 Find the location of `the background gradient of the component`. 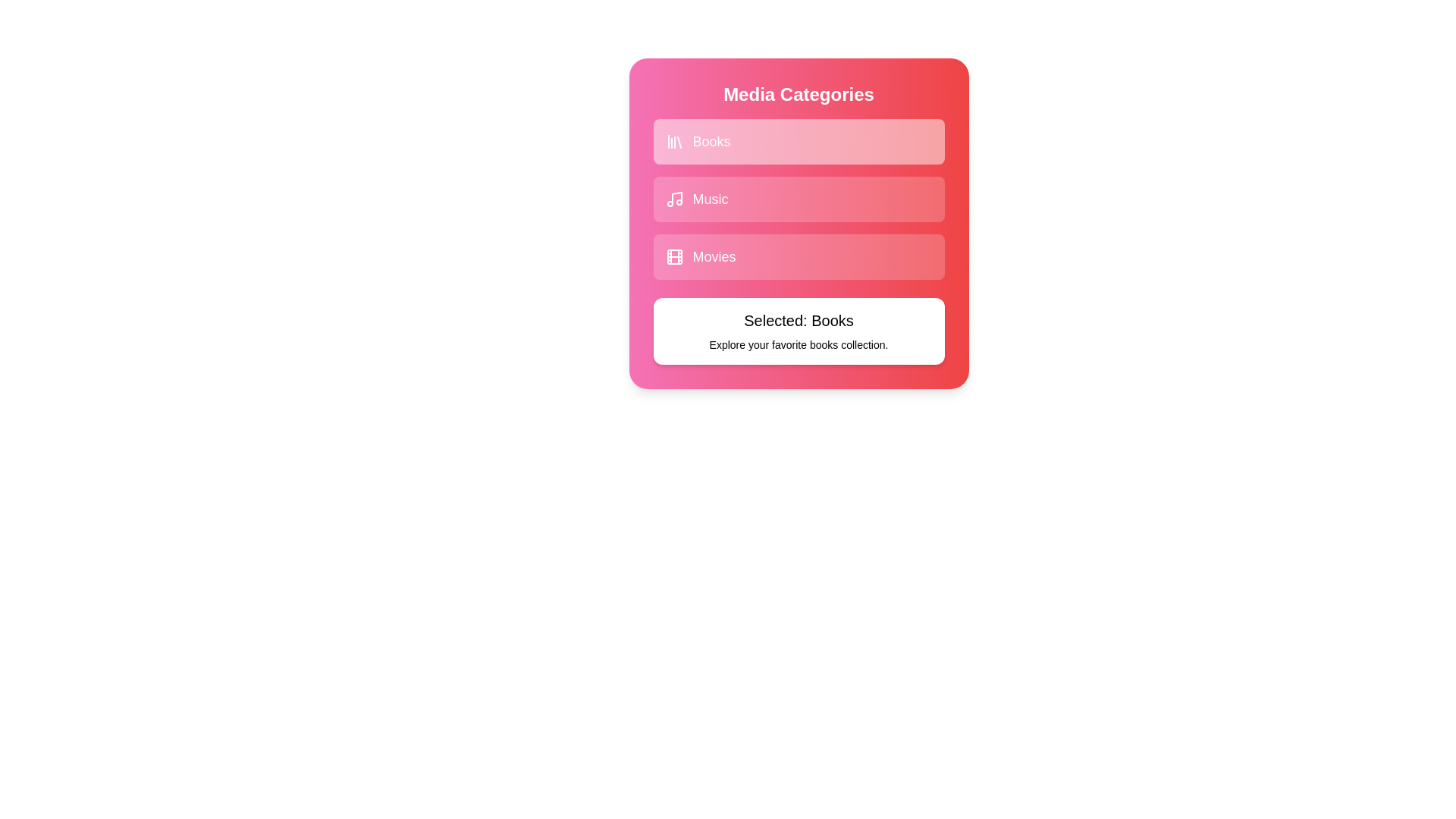

the background gradient of the component is located at coordinates (798, 223).